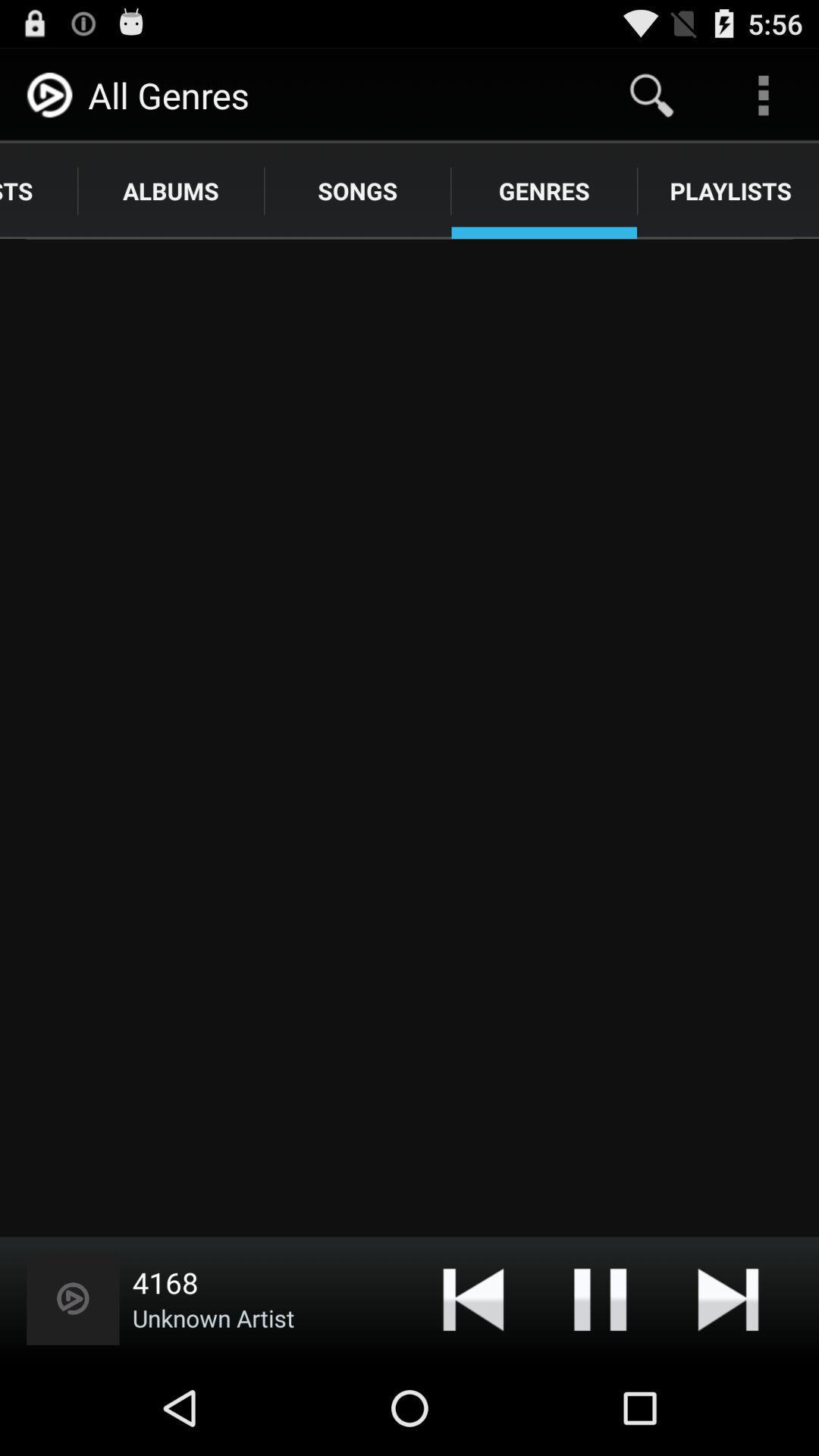 Image resolution: width=819 pixels, height=1456 pixels. What do you see at coordinates (727, 1389) in the screenshot?
I see `the skip_next icon` at bounding box center [727, 1389].